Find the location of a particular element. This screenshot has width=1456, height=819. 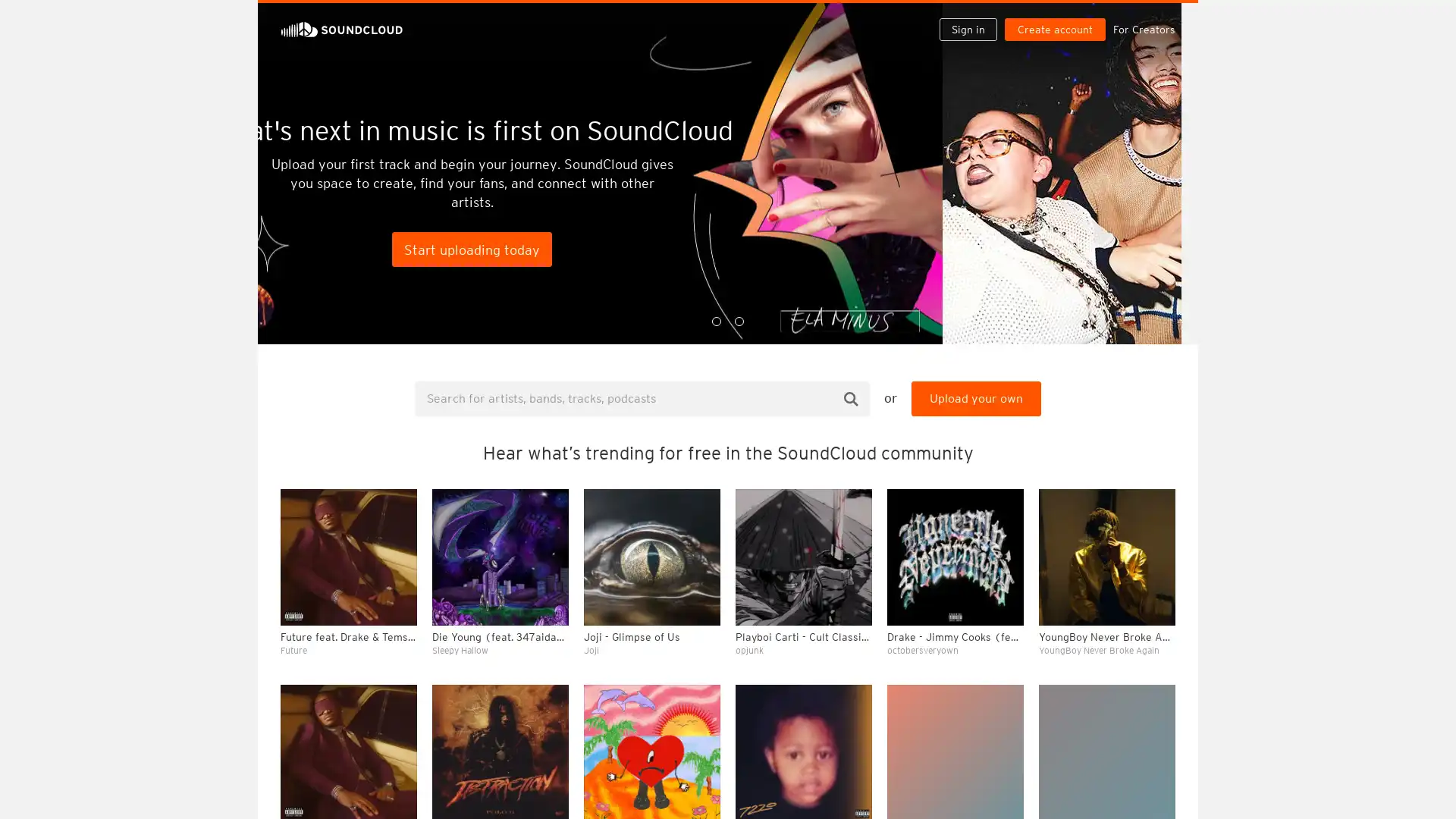

Sign in is located at coordinates (974, 17).